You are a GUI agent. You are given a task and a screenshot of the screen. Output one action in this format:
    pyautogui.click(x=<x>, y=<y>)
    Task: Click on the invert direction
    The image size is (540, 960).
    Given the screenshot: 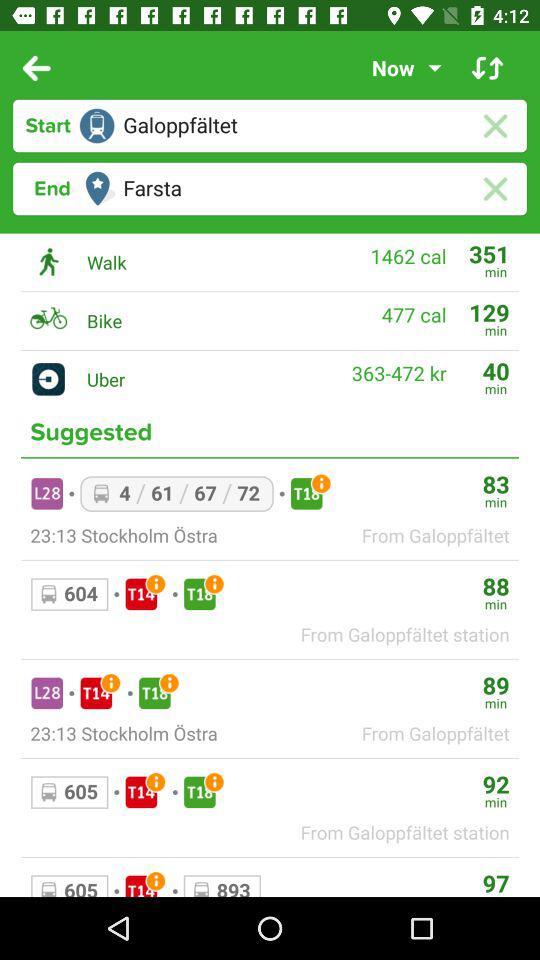 What is the action you would take?
    pyautogui.click(x=486, y=68)
    